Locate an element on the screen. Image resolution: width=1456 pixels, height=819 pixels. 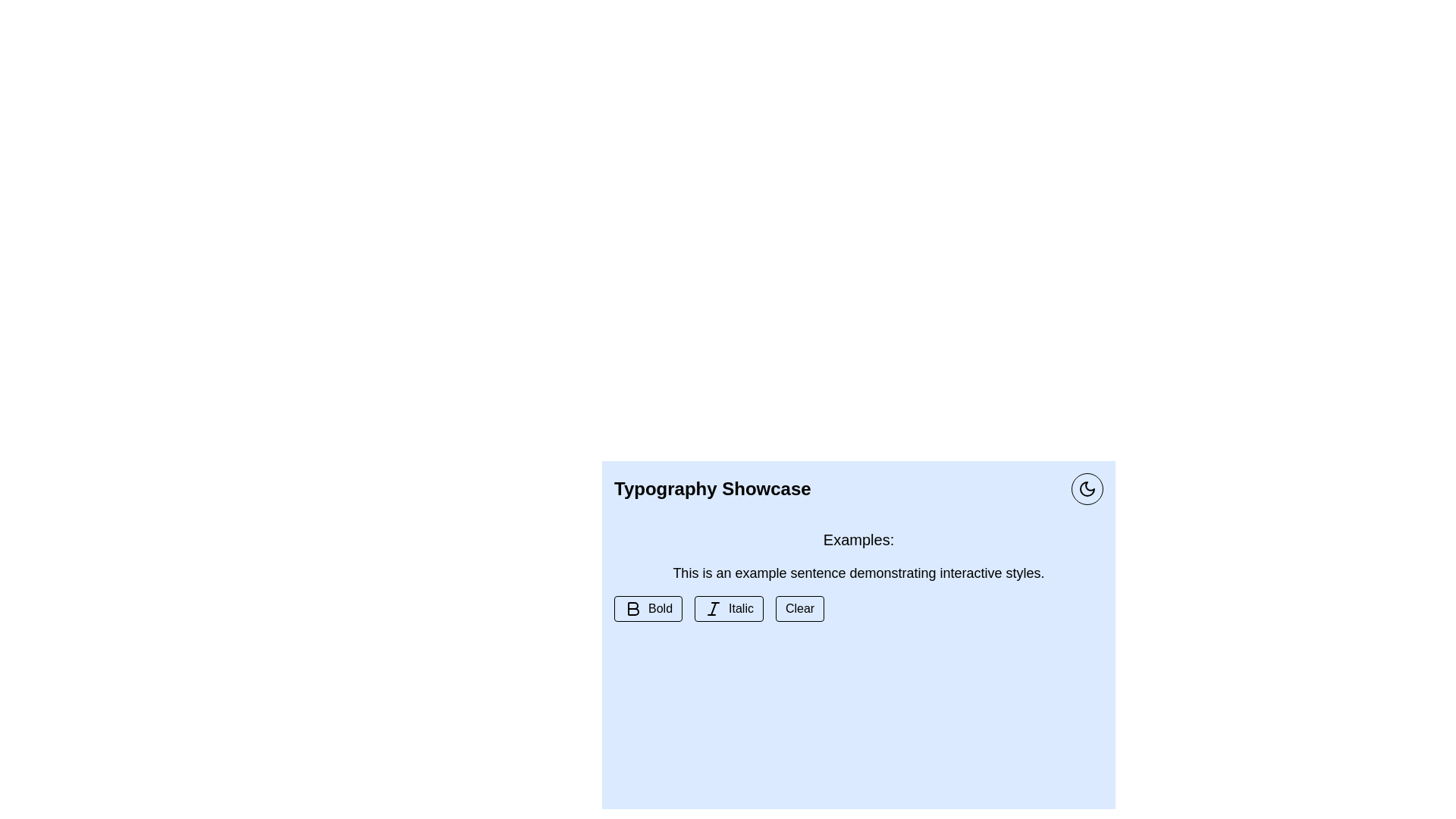
the second button in a horizontal group that toggles italics formatting on the selected text within the text editor is located at coordinates (729, 607).